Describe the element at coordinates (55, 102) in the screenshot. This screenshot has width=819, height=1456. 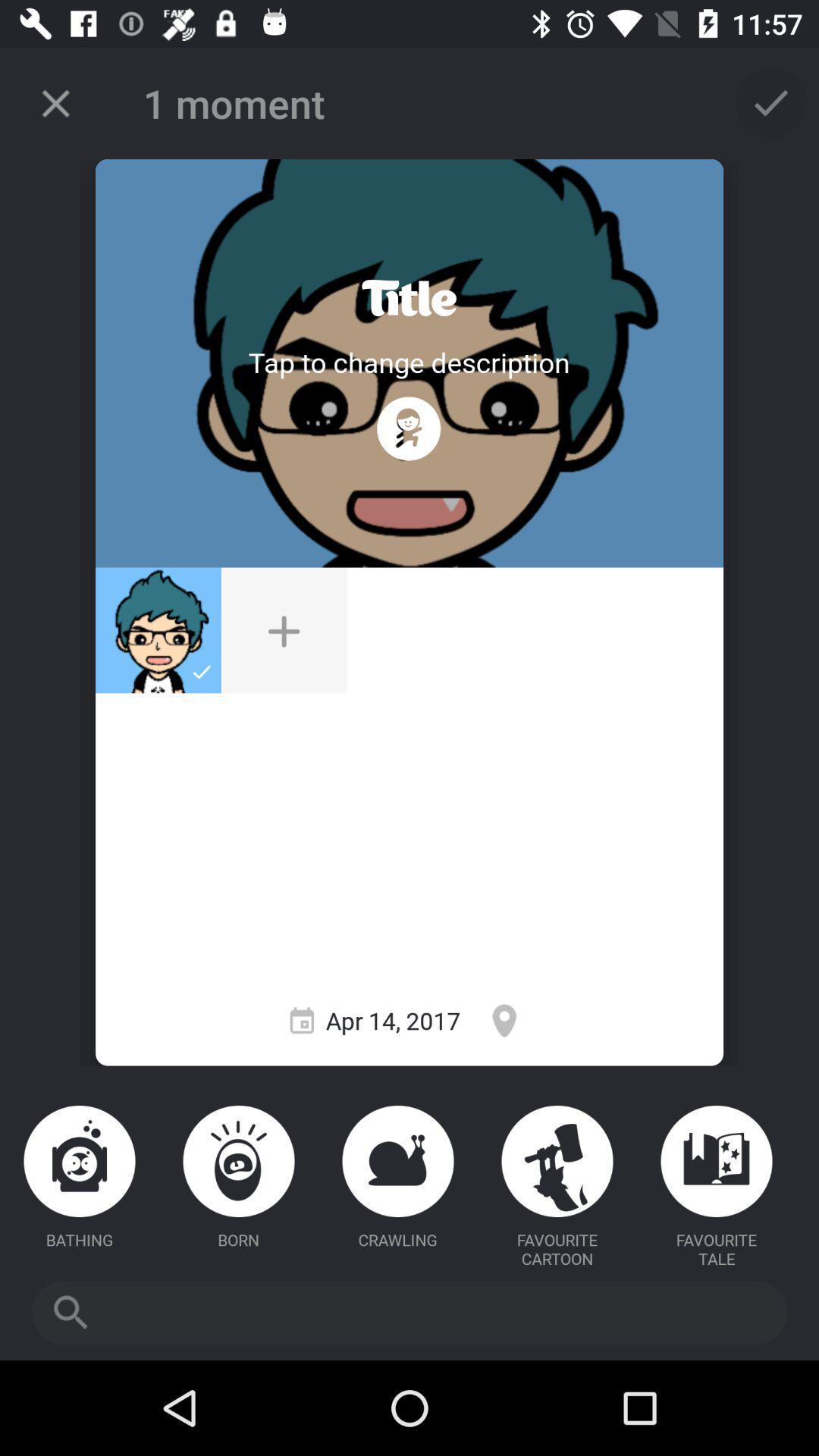
I see `close` at that location.